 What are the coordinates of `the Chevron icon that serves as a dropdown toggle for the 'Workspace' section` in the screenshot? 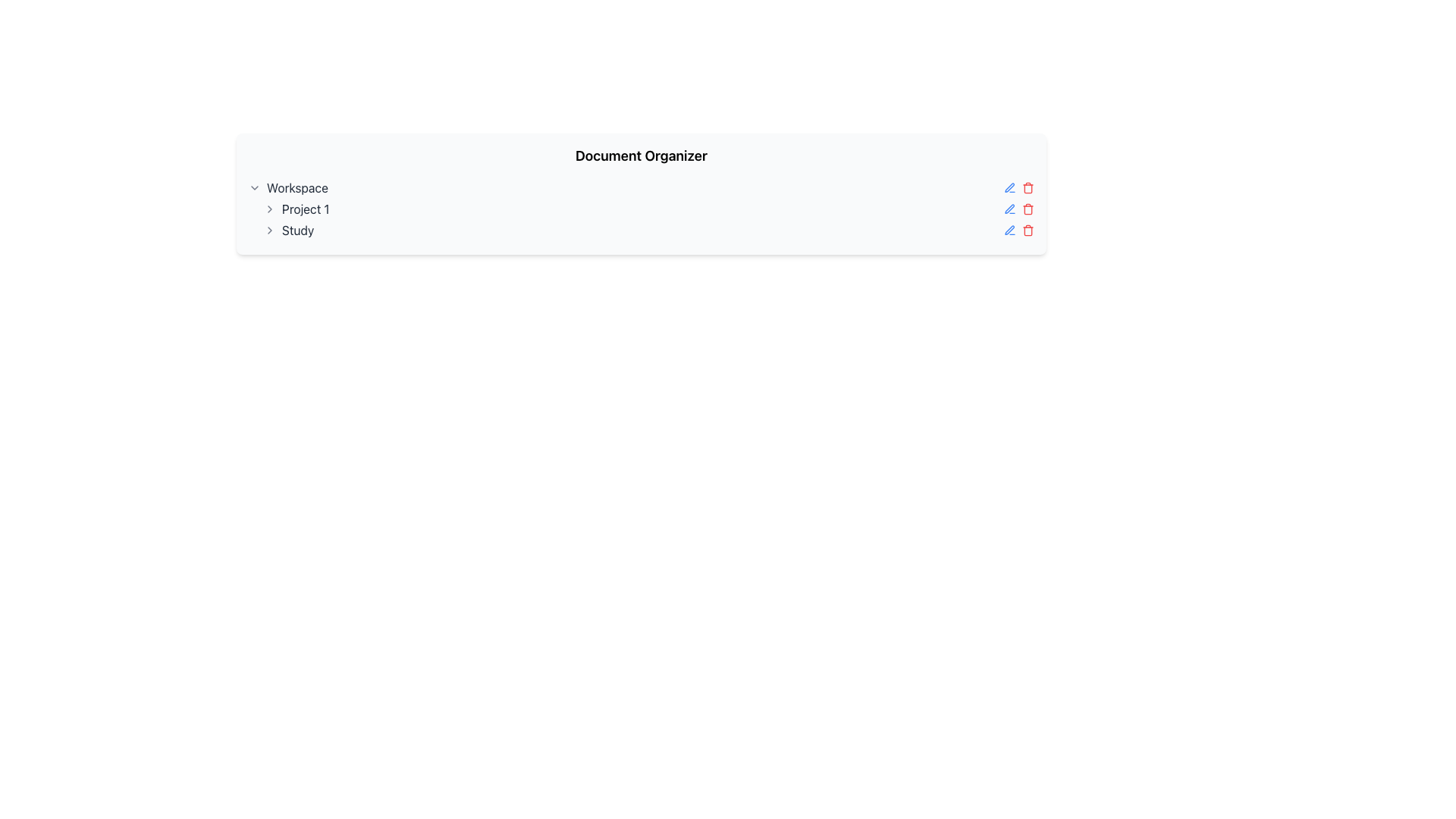 It's located at (255, 187).